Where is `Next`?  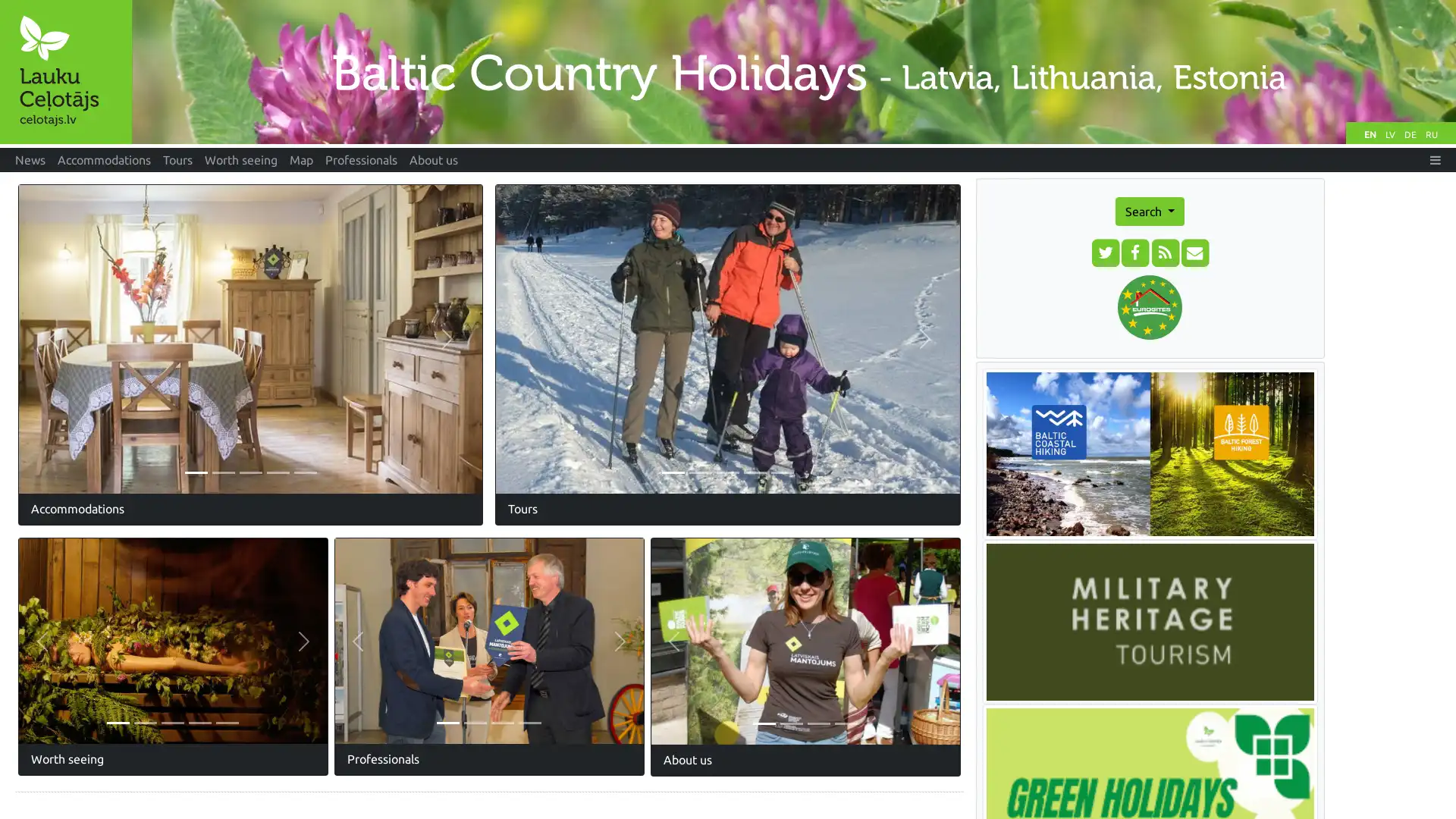
Next is located at coordinates (935, 641).